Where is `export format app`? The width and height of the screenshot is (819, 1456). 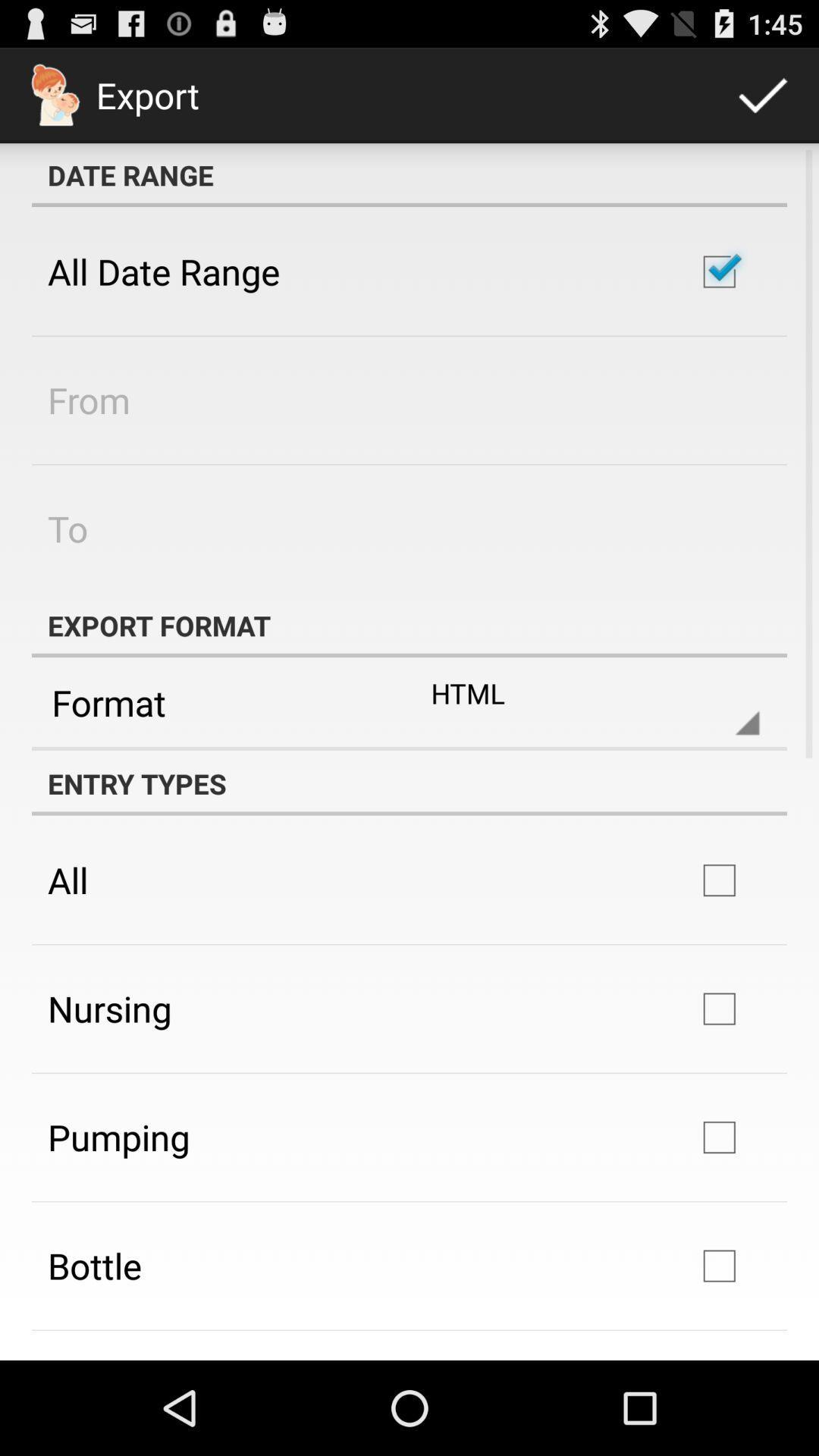 export format app is located at coordinates (409, 626).